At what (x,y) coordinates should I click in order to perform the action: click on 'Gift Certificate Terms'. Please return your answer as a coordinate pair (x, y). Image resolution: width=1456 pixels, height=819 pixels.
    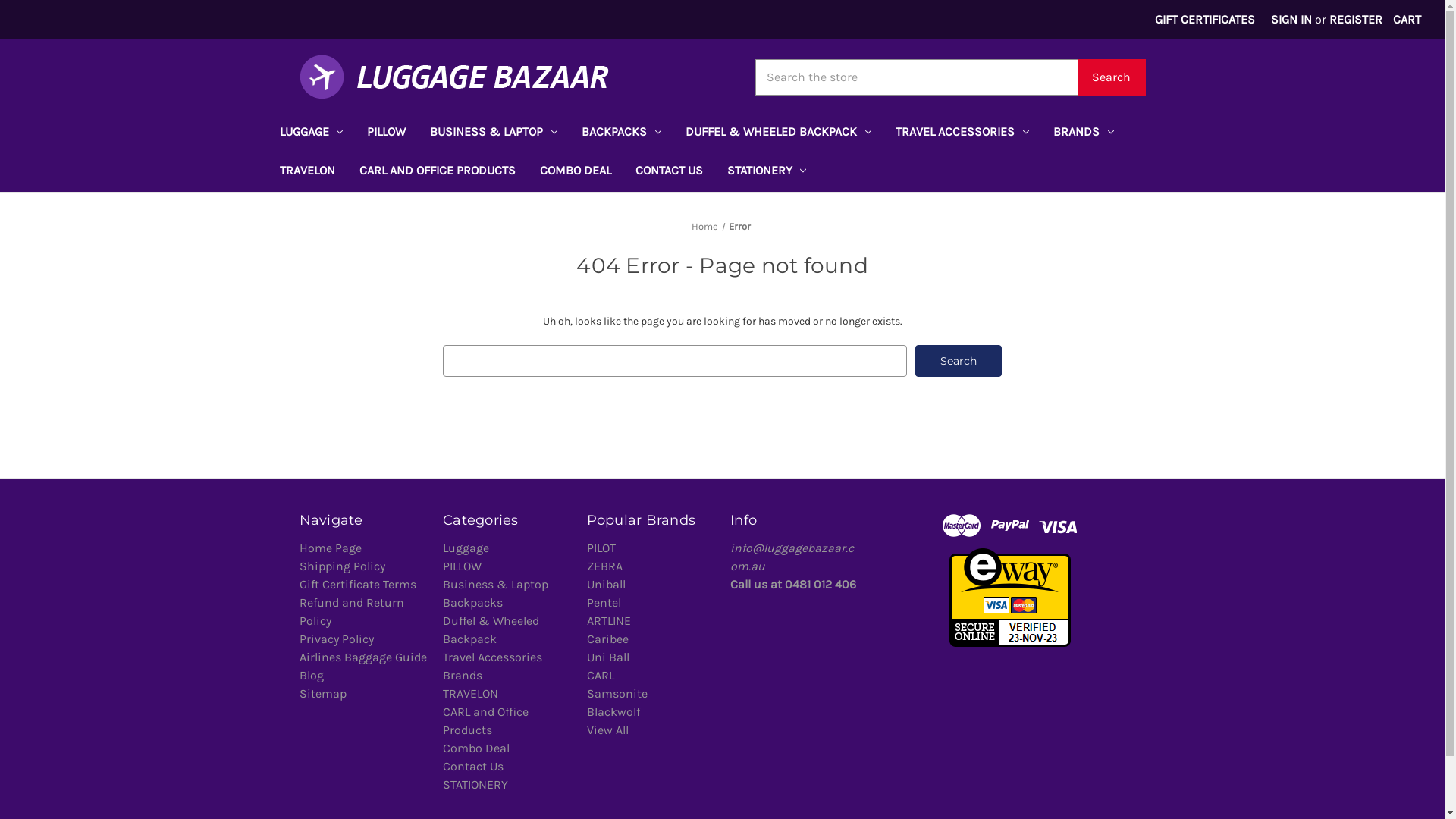
    Looking at the image, I should click on (298, 583).